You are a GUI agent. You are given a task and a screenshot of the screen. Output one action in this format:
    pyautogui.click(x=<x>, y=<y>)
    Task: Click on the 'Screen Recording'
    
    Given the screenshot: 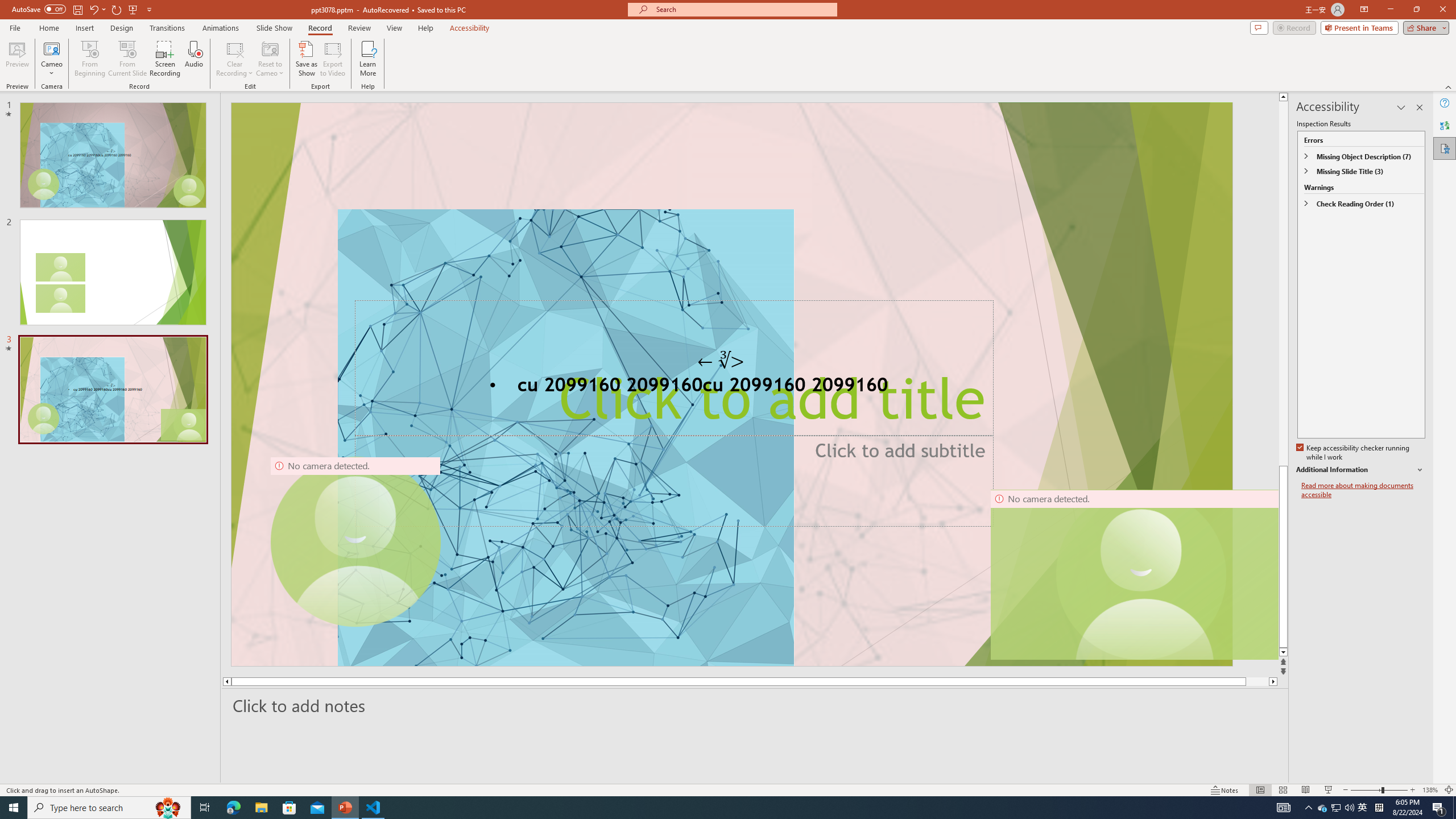 What is the action you would take?
    pyautogui.click(x=164, y=59)
    